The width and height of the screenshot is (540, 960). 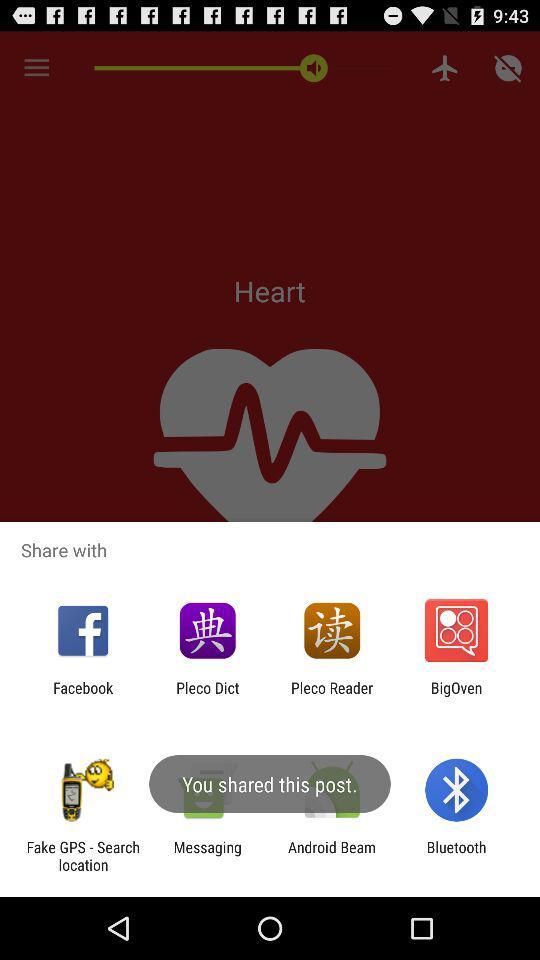 I want to click on the icon to the left of pleco reader item, so click(x=206, y=696).